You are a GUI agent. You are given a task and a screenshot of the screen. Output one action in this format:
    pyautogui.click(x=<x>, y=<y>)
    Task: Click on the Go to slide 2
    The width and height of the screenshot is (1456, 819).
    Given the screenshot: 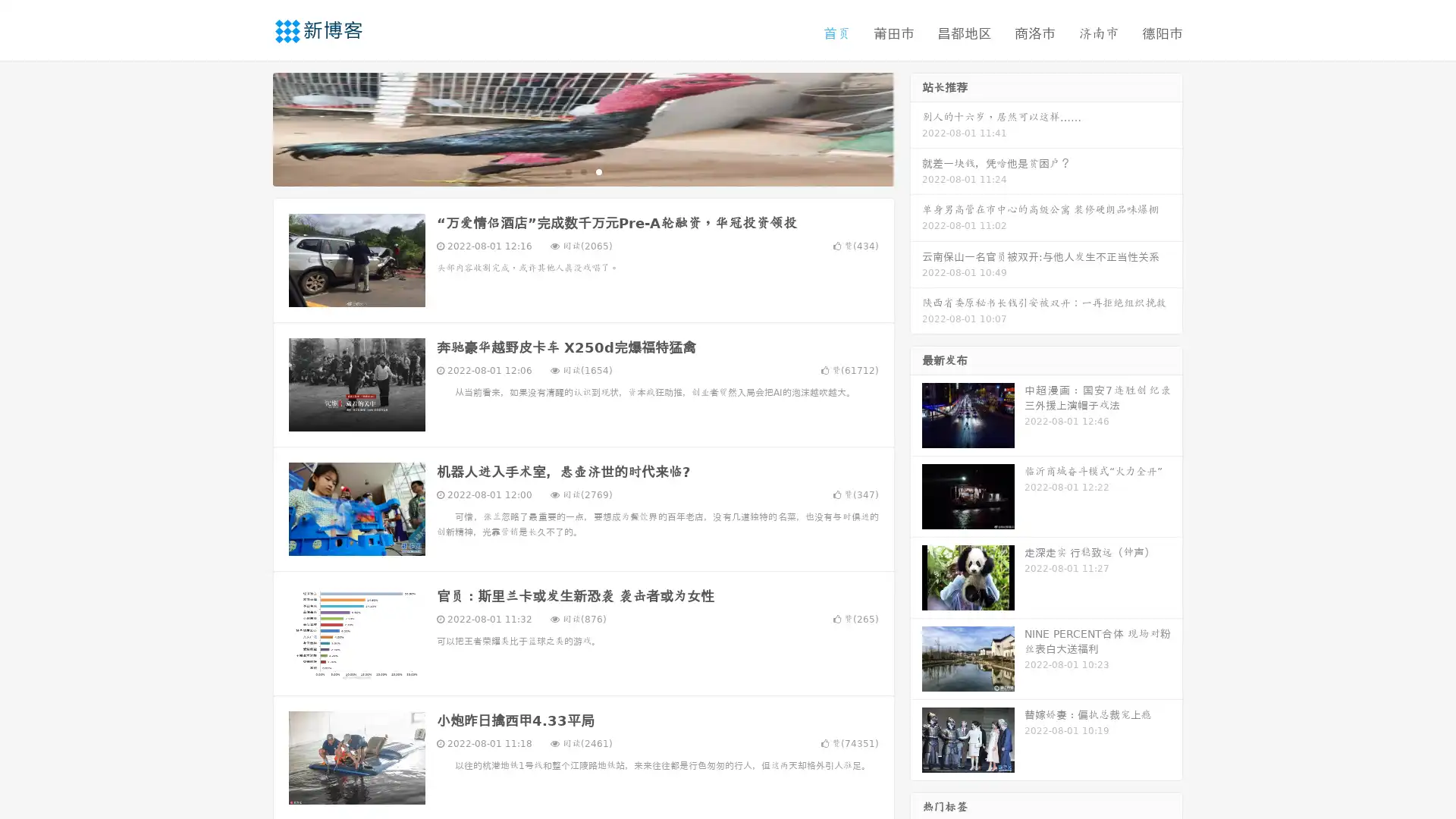 What is the action you would take?
    pyautogui.click(x=582, y=171)
    